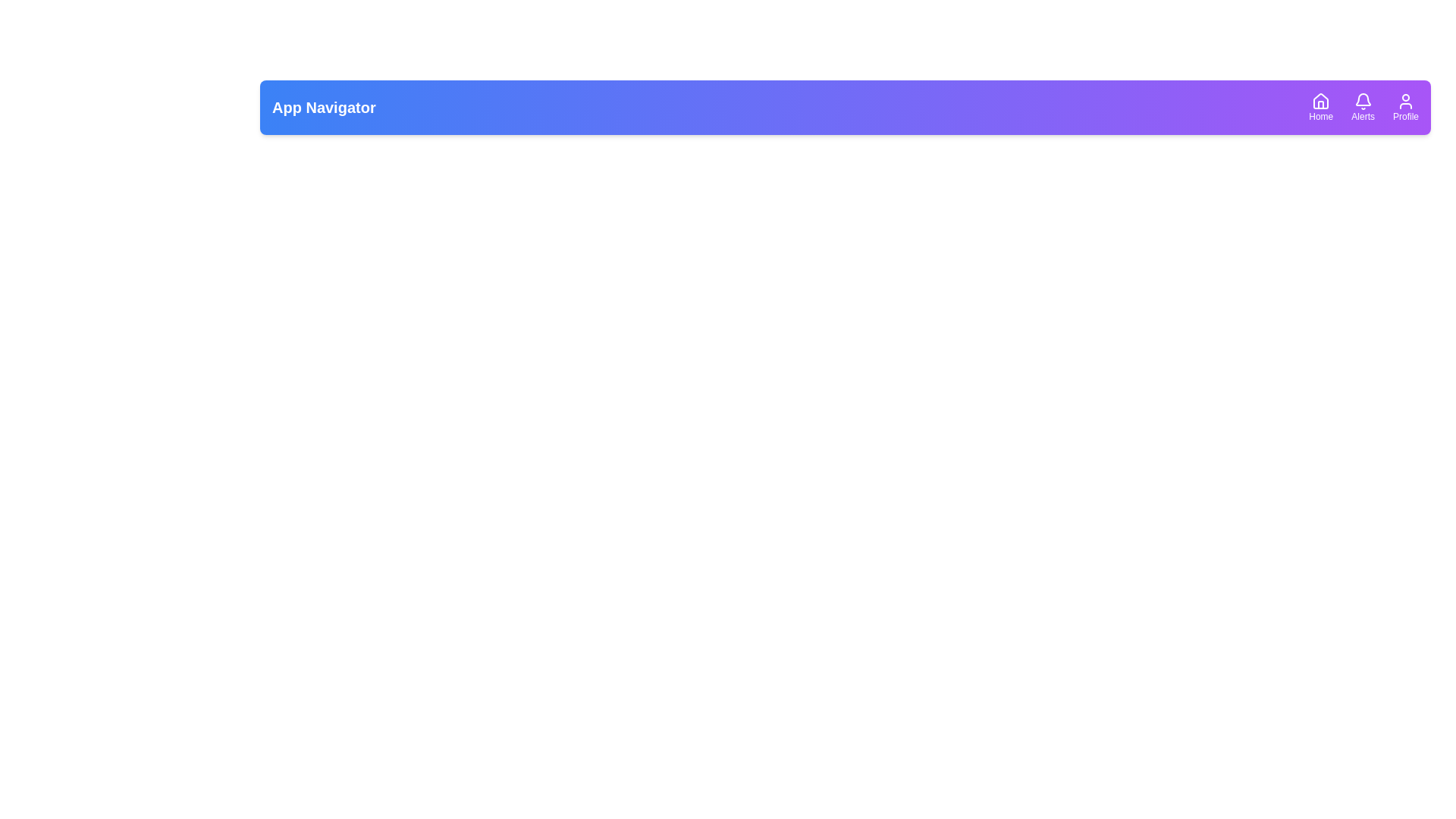 This screenshot has height=819, width=1456. I want to click on the 'Home' icon located in the top-right corner of the navigation bar, immediately, so click(1320, 101).